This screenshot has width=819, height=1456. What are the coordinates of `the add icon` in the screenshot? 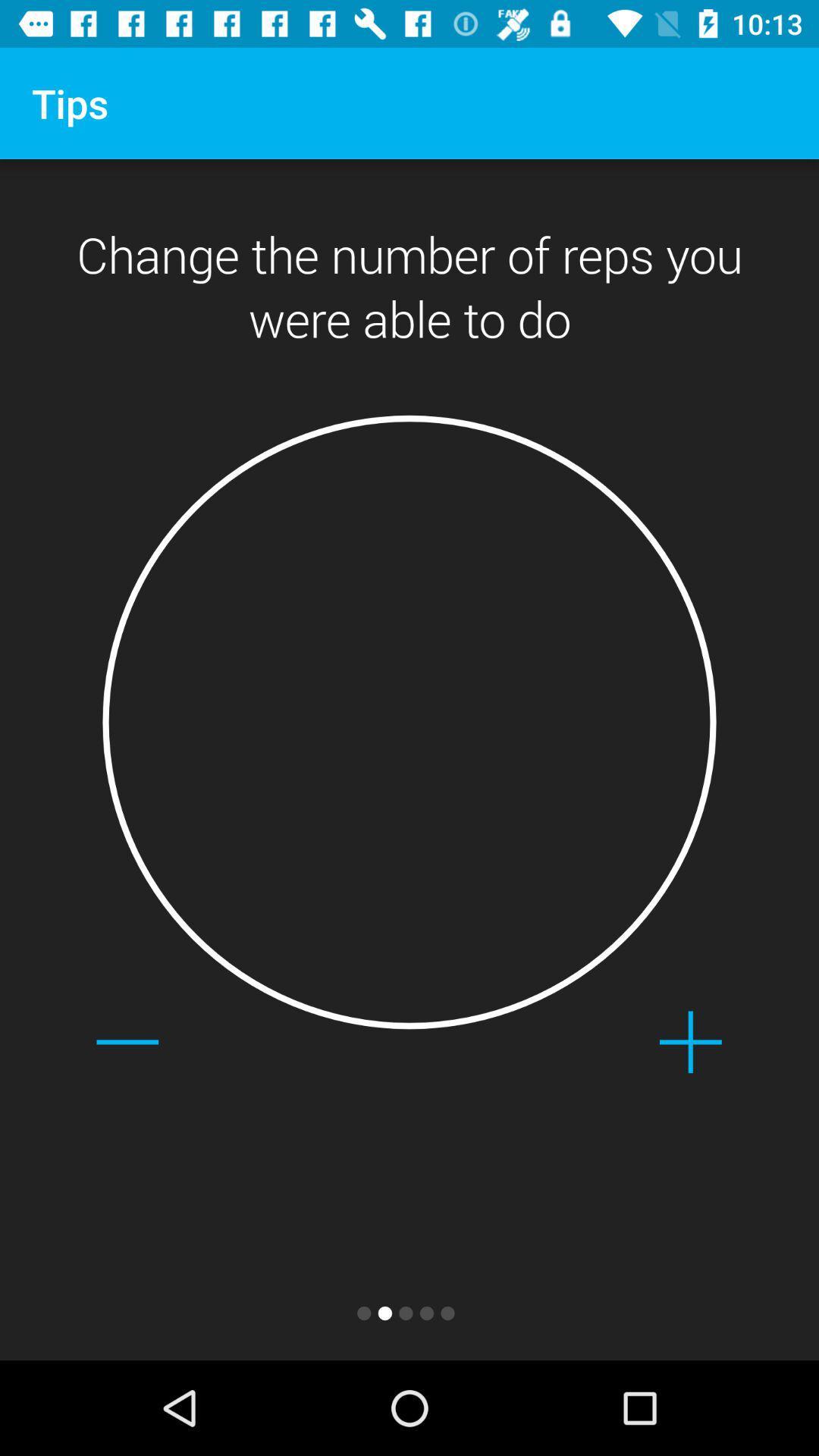 It's located at (690, 1041).